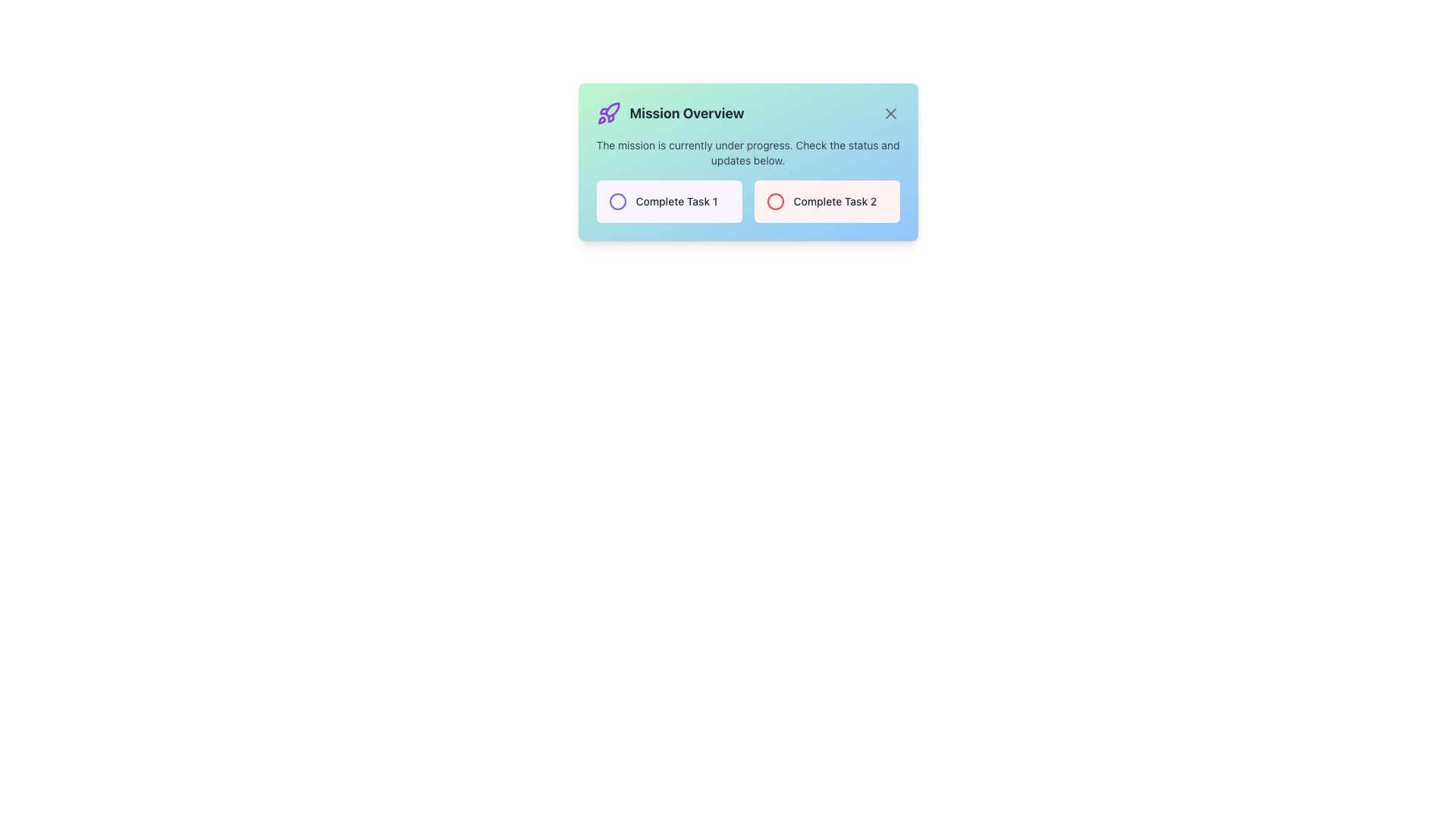 Image resolution: width=1456 pixels, height=819 pixels. I want to click on the task, so click(676, 201).